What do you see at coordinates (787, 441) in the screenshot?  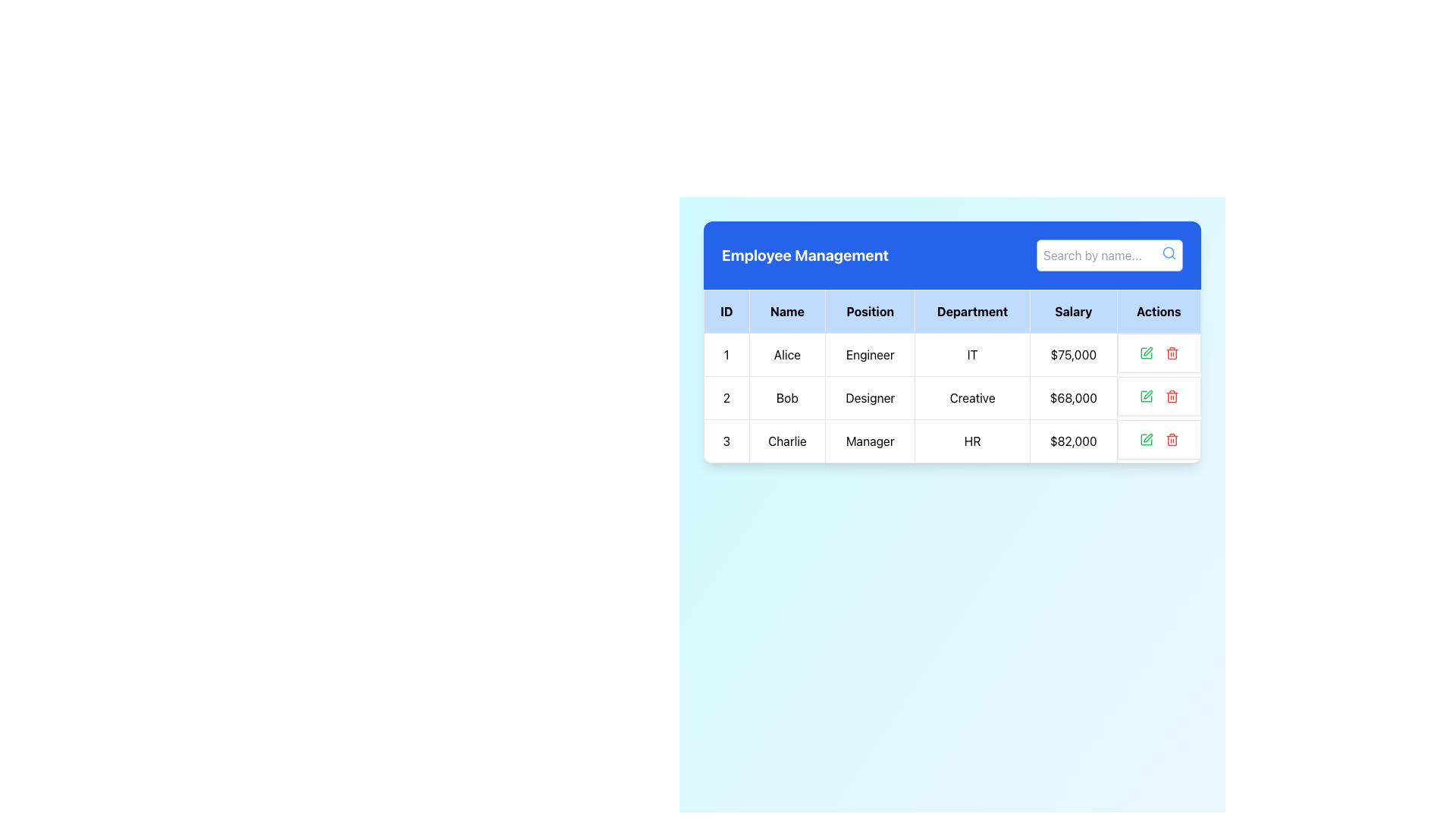 I see `the text label displaying the name 'Charlie' in the 'Name' column of row ID '3' in the table` at bounding box center [787, 441].